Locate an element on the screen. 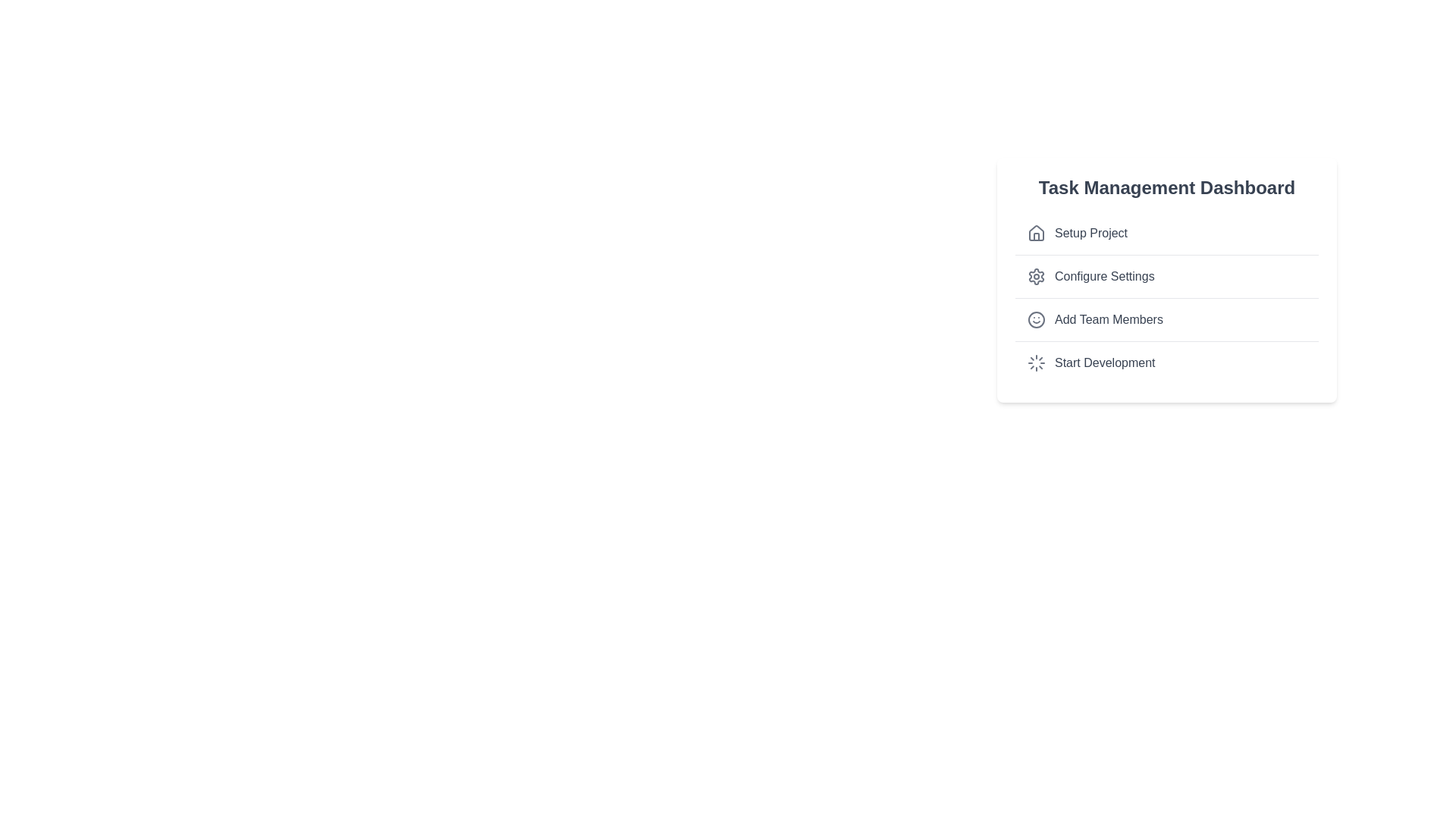 This screenshot has width=1456, height=819. the first item labeled 'Setup Project' in the Task Management Dashboard is located at coordinates (1166, 234).